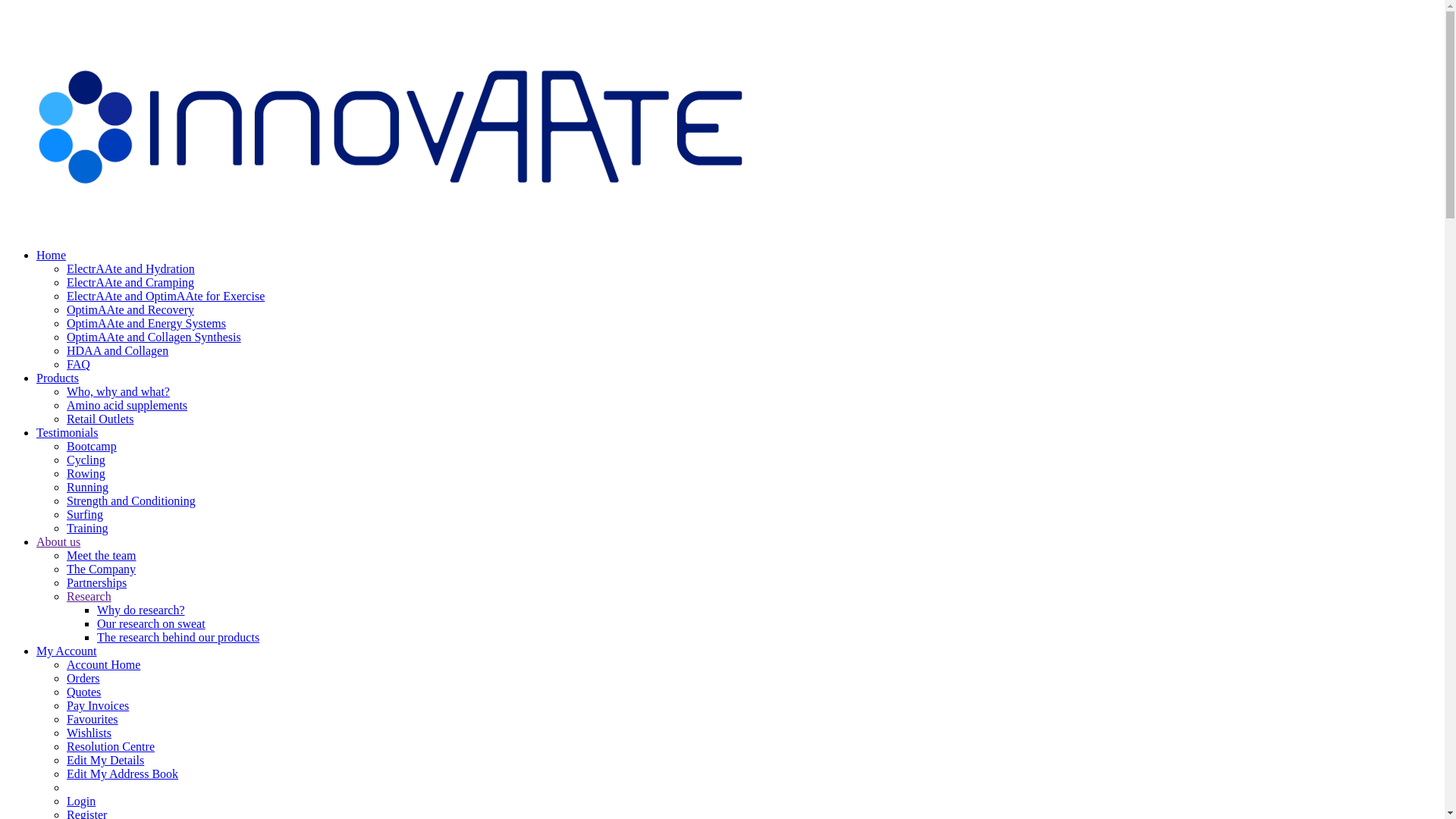  Describe the element at coordinates (65, 322) in the screenshot. I see `'OptimAAte and Energy Systems'` at that location.